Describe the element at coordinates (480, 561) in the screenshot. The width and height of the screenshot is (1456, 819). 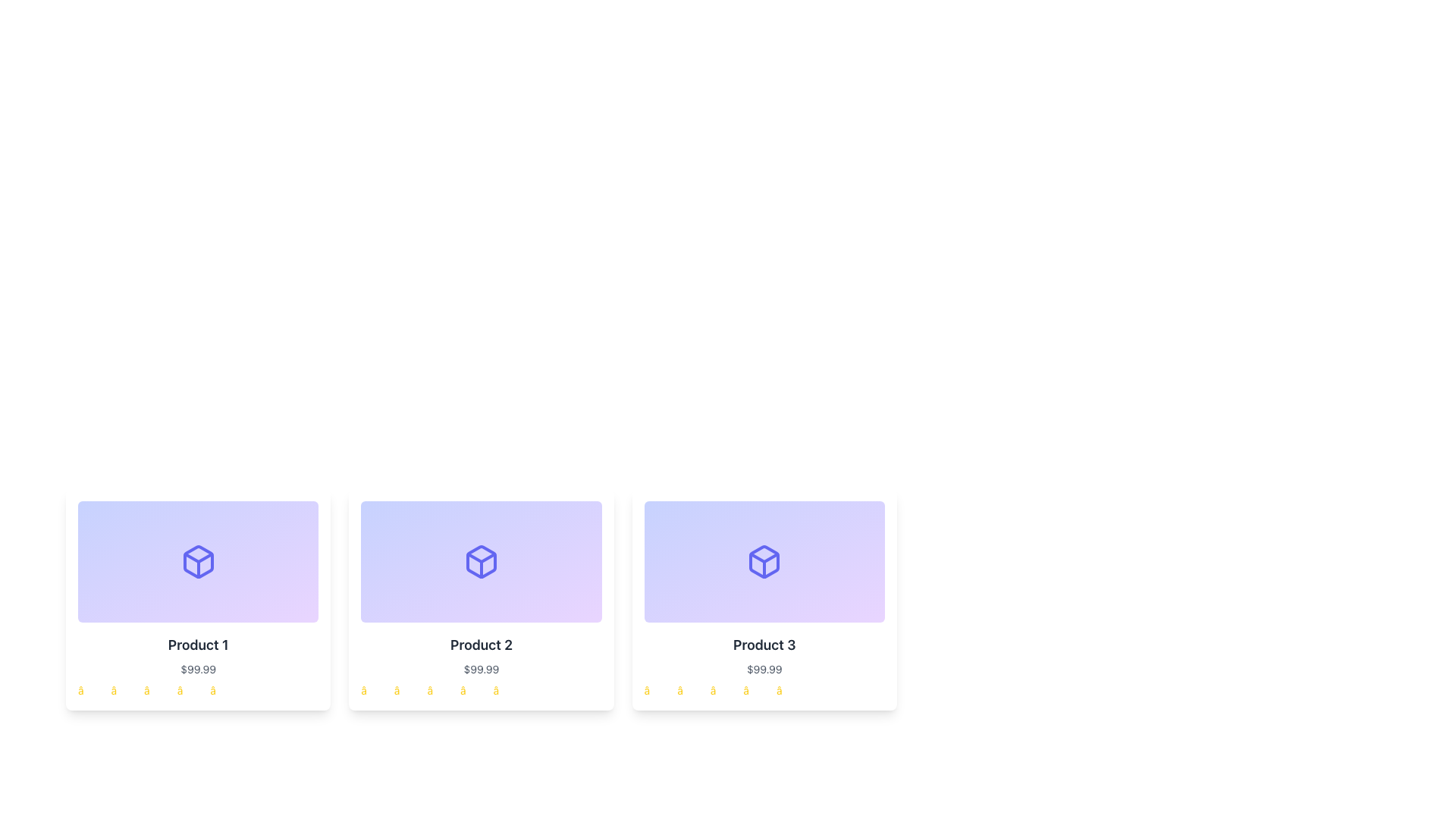
I see `the decorative icon in the second card labeled 'Product 2', which visually represents the content of the card` at that location.